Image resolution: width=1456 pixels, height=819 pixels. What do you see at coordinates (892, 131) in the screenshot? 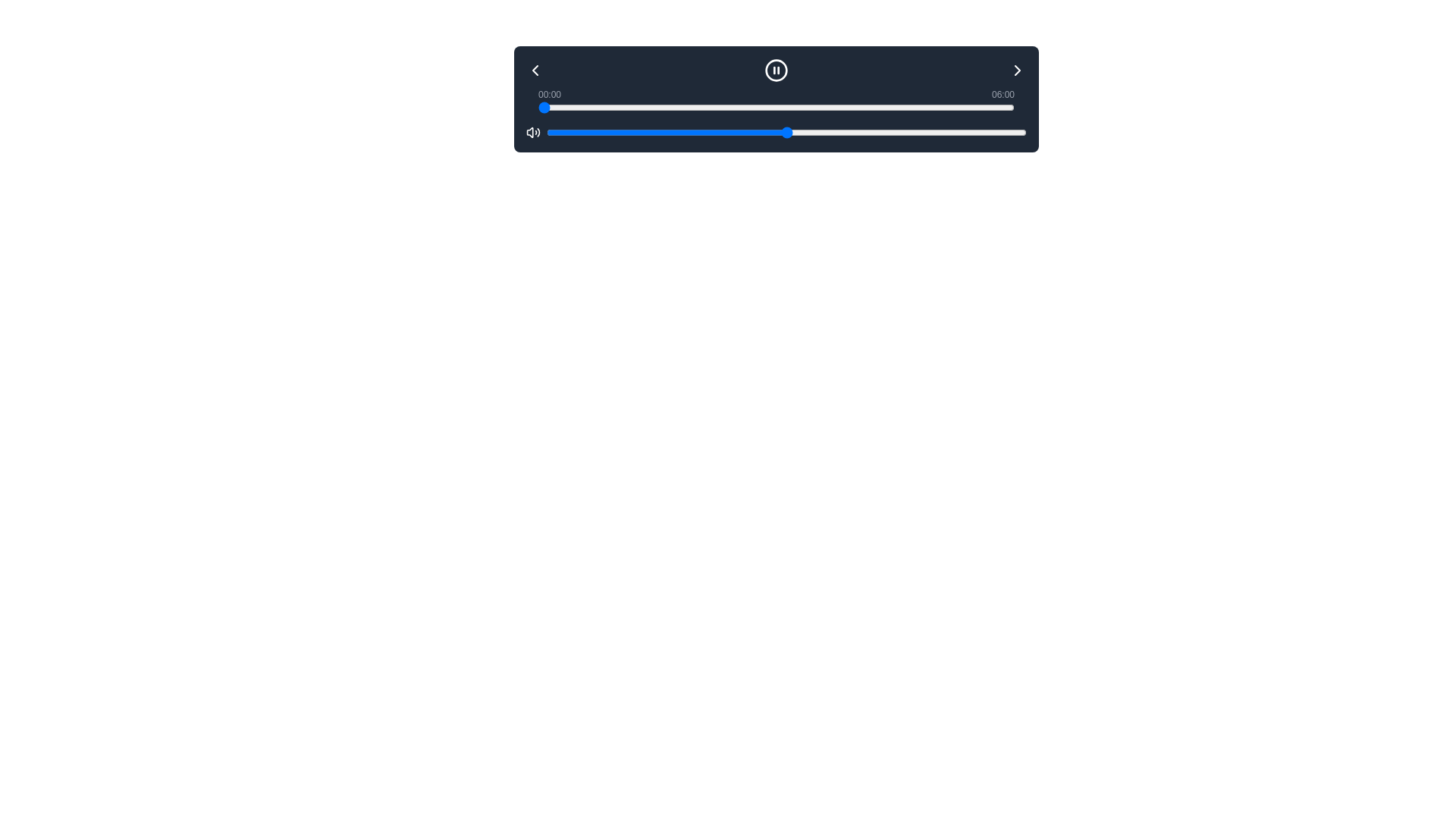
I see `volume` at bounding box center [892, 131].